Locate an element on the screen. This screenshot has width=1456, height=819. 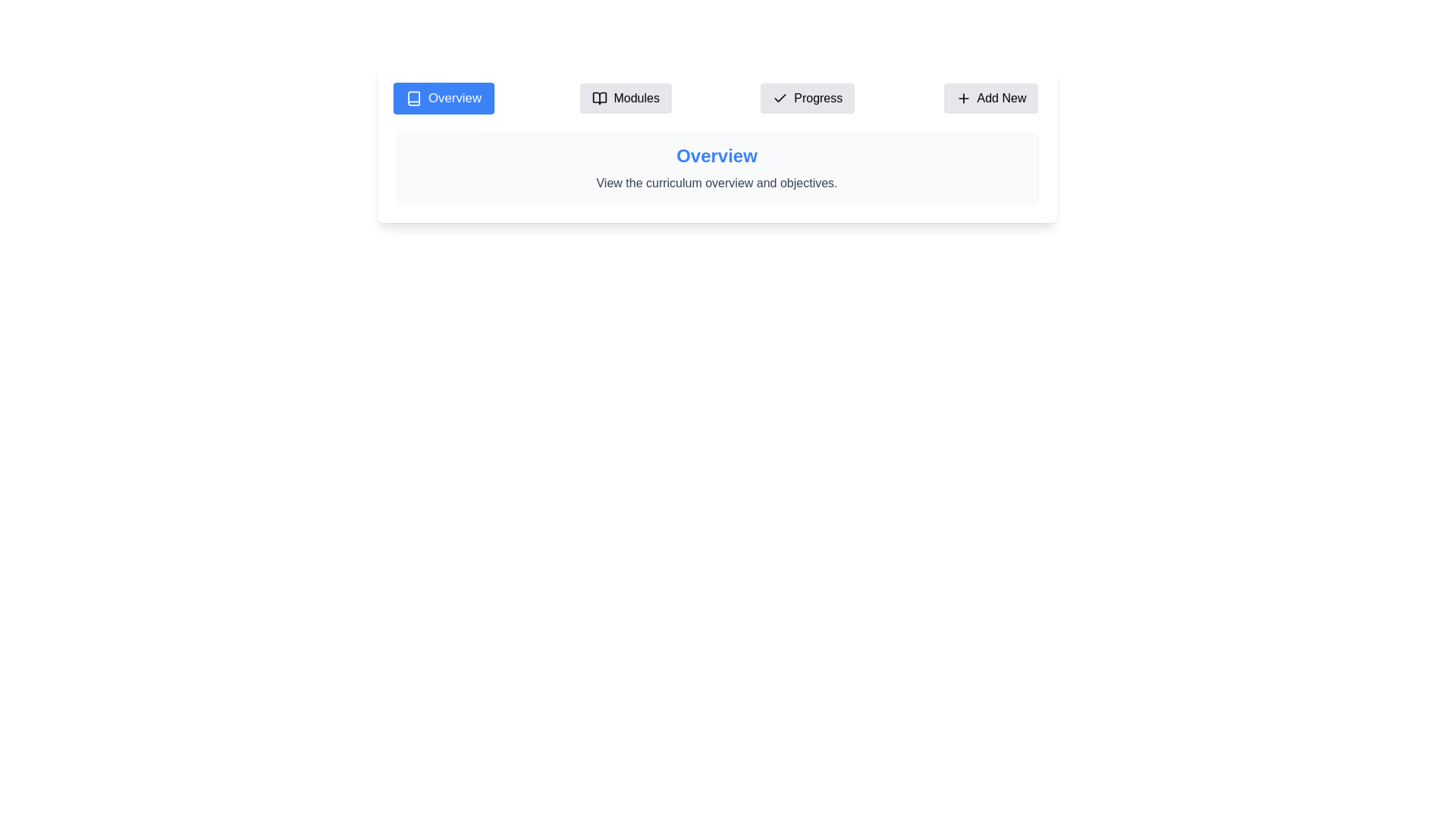
the tab labeled Add New to switch to that tab is located at coordinates (990, 99).